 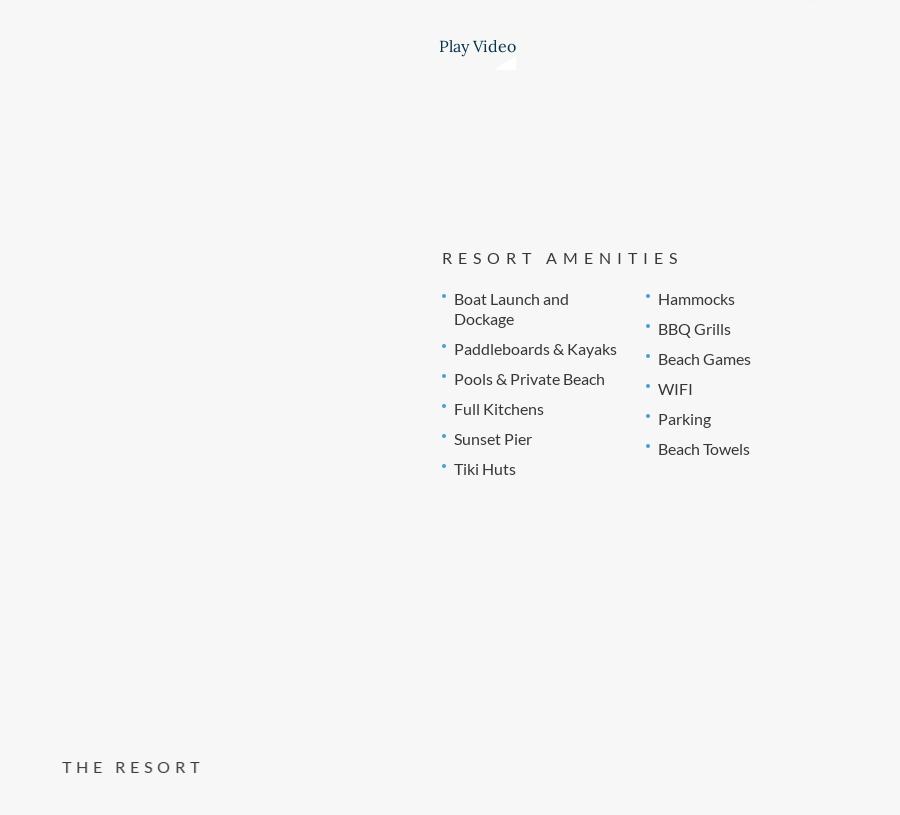 I want to click on 'Full Kitchens', so click(x=496, y=406).